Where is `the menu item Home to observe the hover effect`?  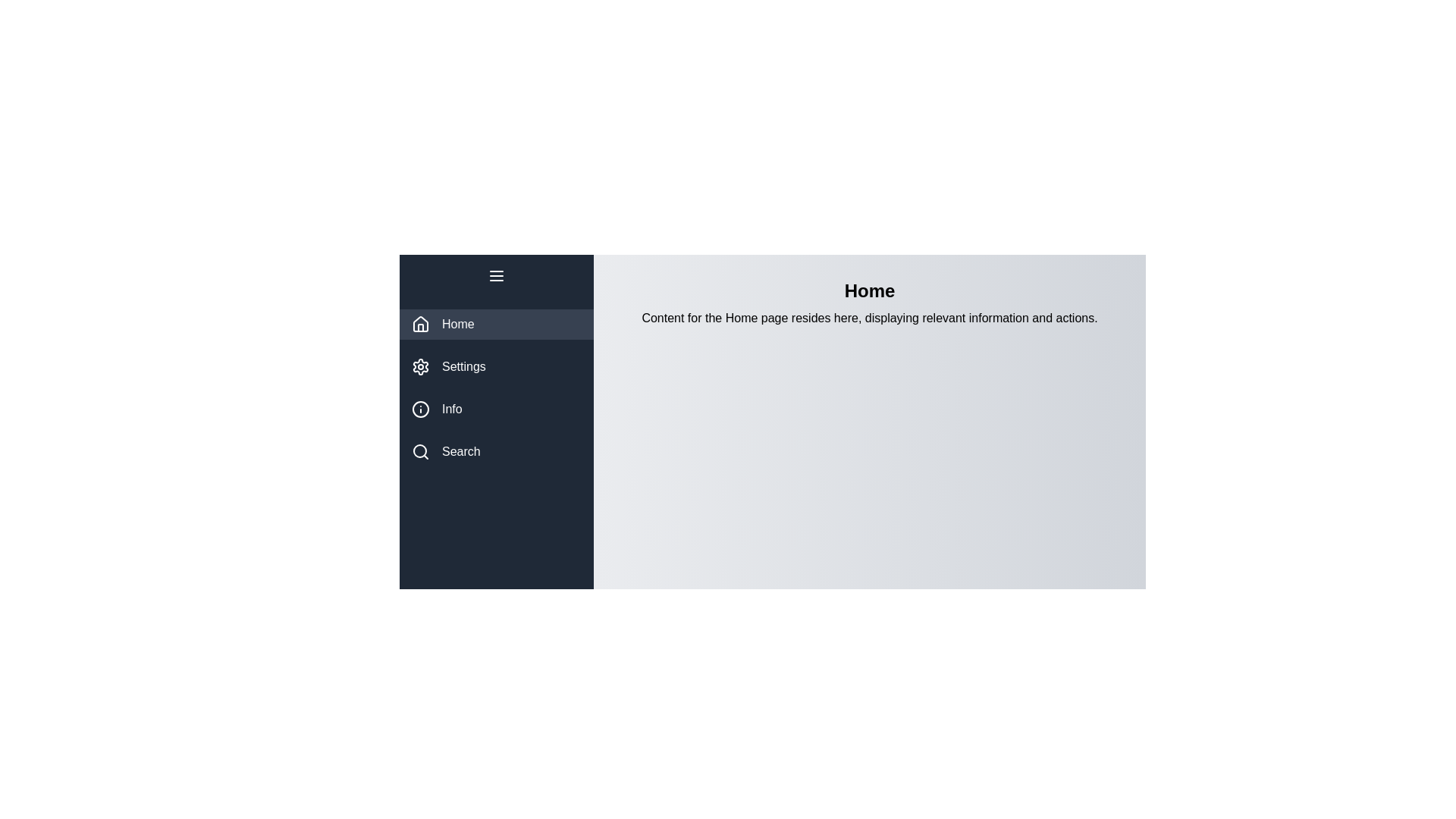
the menu item Home to observe the hover effect is located at coordinates (496, 324).